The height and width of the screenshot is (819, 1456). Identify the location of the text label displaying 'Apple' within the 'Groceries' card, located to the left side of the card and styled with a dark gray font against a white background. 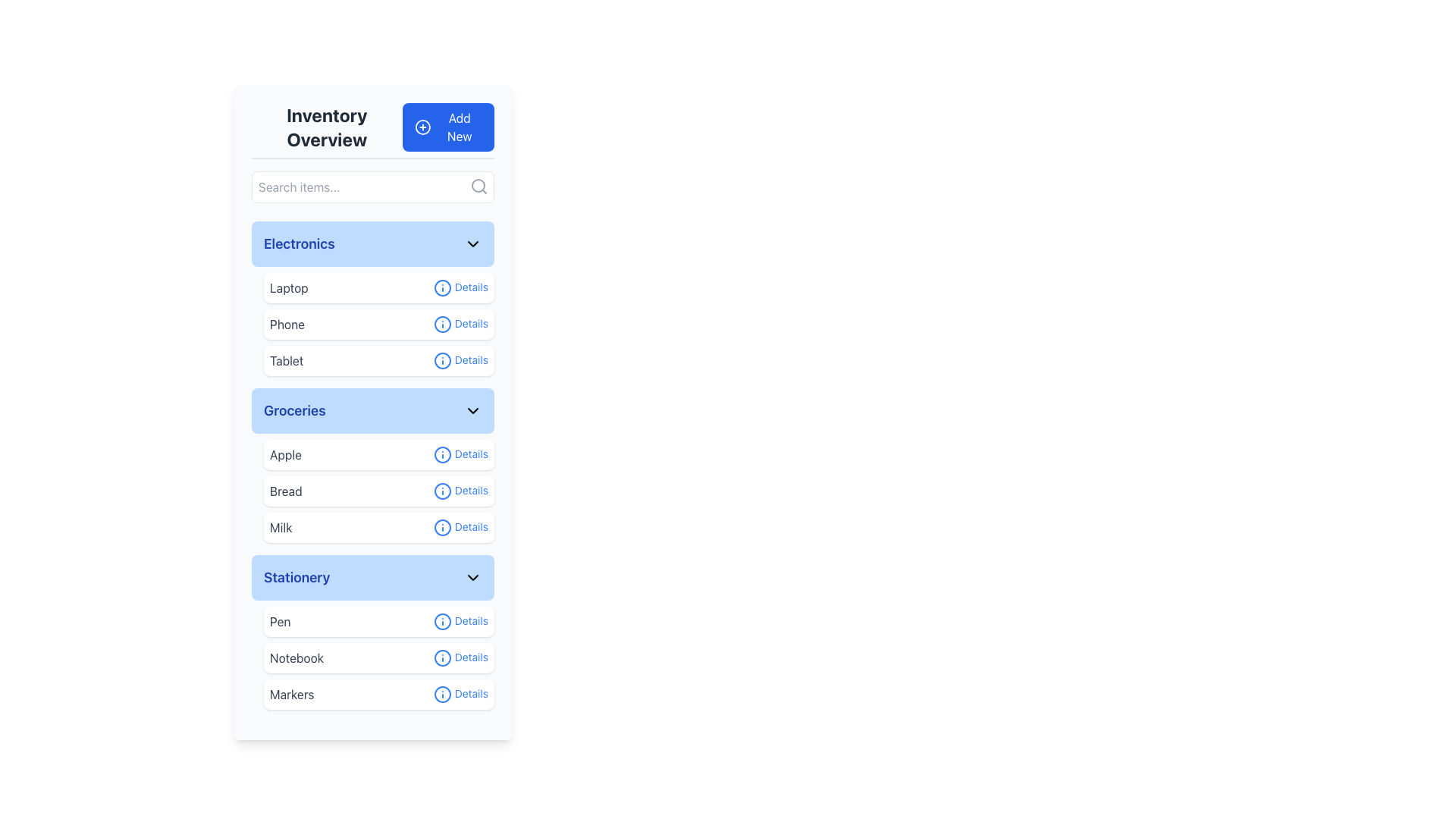
(285, 454).